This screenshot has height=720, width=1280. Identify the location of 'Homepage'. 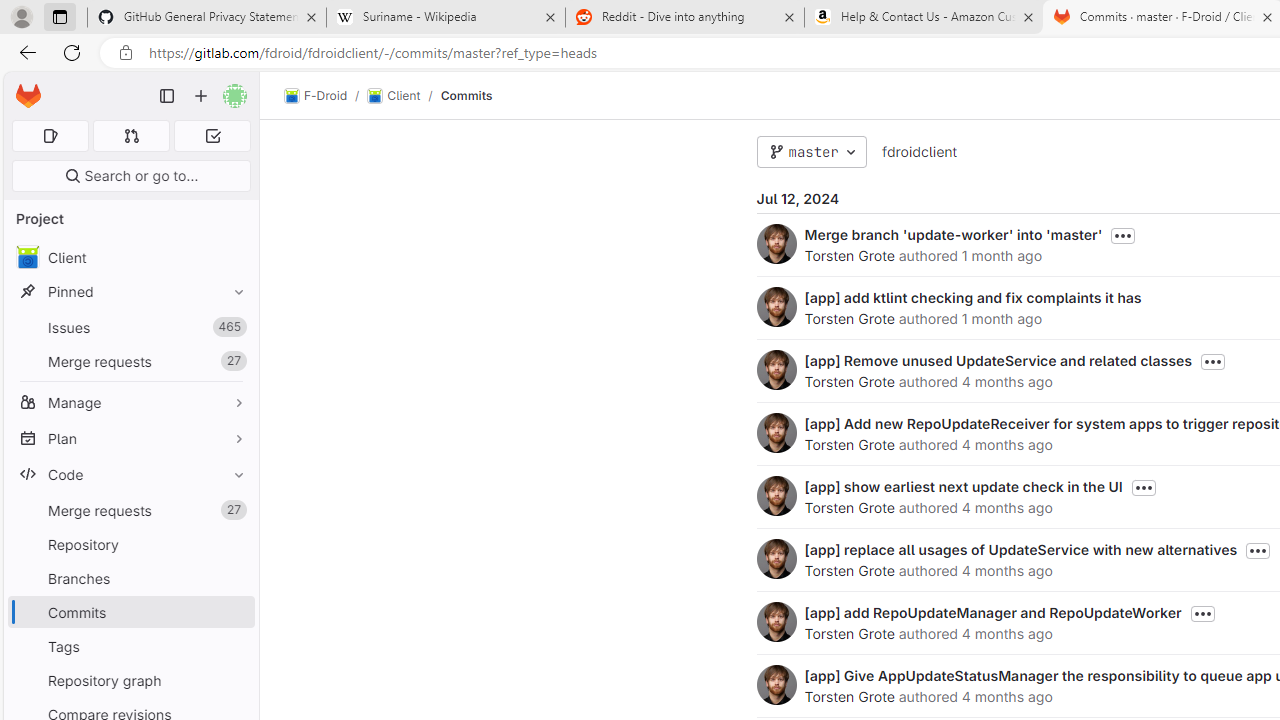
(28, 96).